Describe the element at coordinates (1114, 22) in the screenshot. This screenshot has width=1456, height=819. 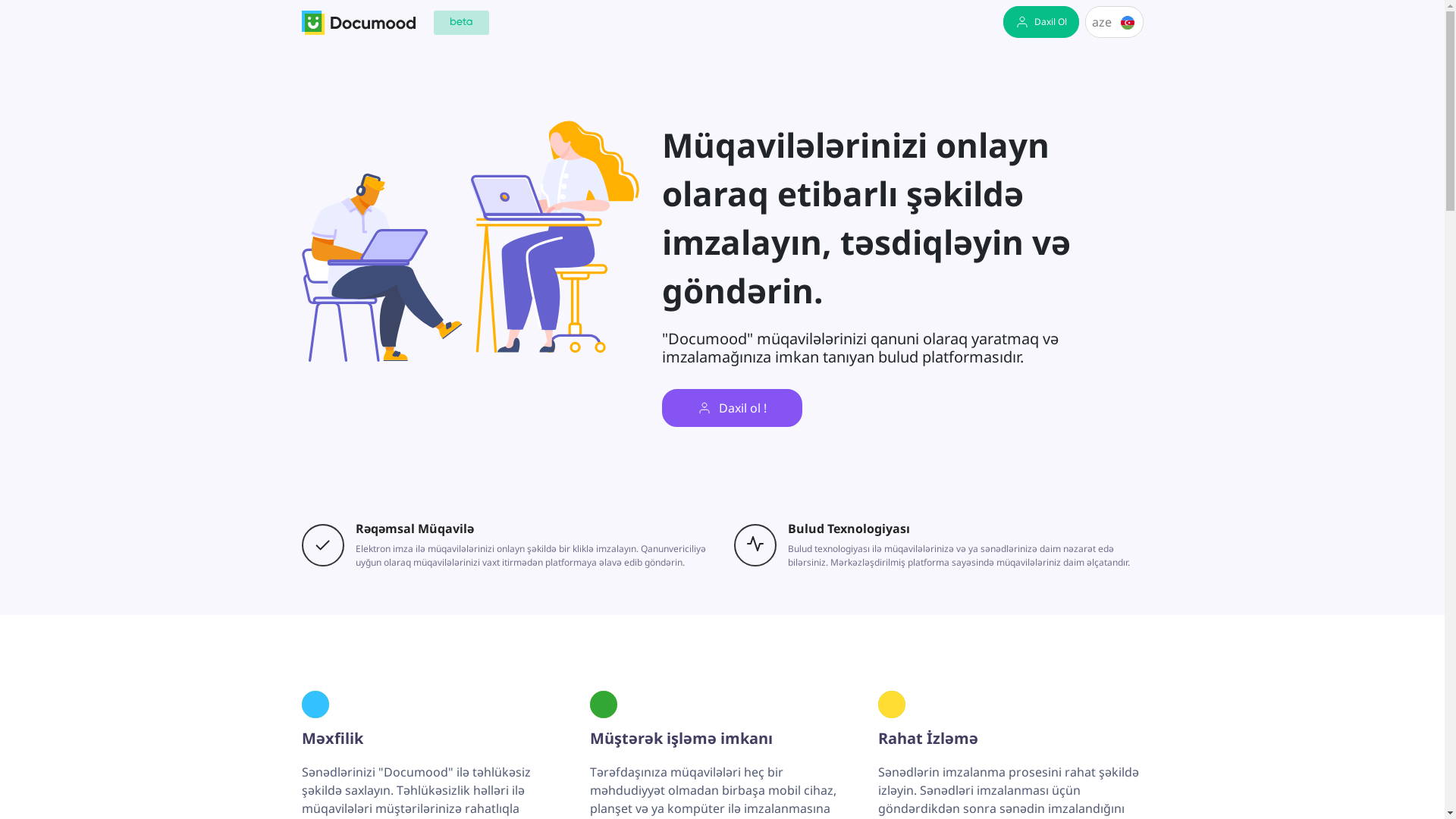
I see `'aze'` at that location.